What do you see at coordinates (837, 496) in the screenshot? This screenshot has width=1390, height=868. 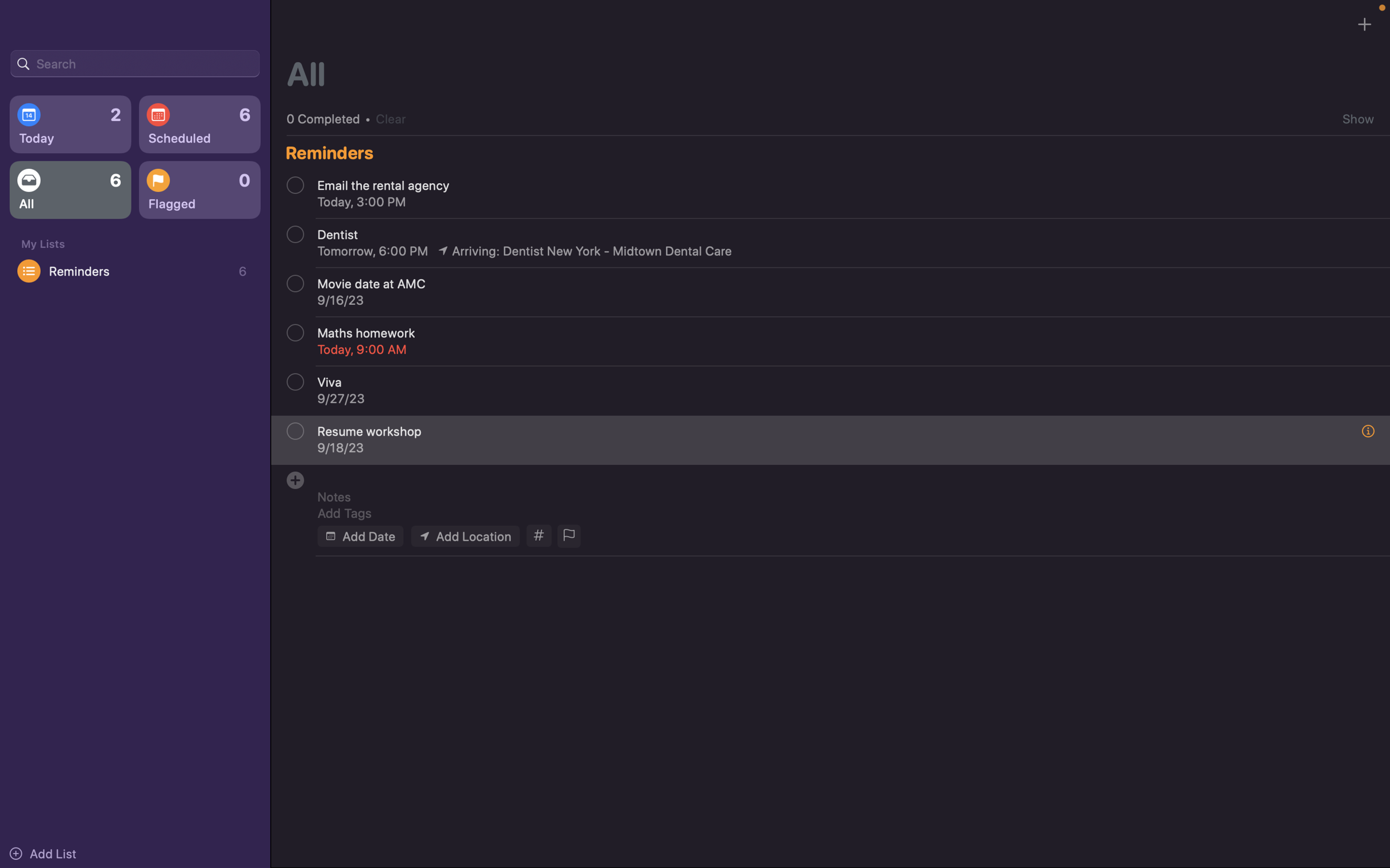 I see `Incorporate a note stating "bring textbook" to the event` at bounding box center [837, 496].